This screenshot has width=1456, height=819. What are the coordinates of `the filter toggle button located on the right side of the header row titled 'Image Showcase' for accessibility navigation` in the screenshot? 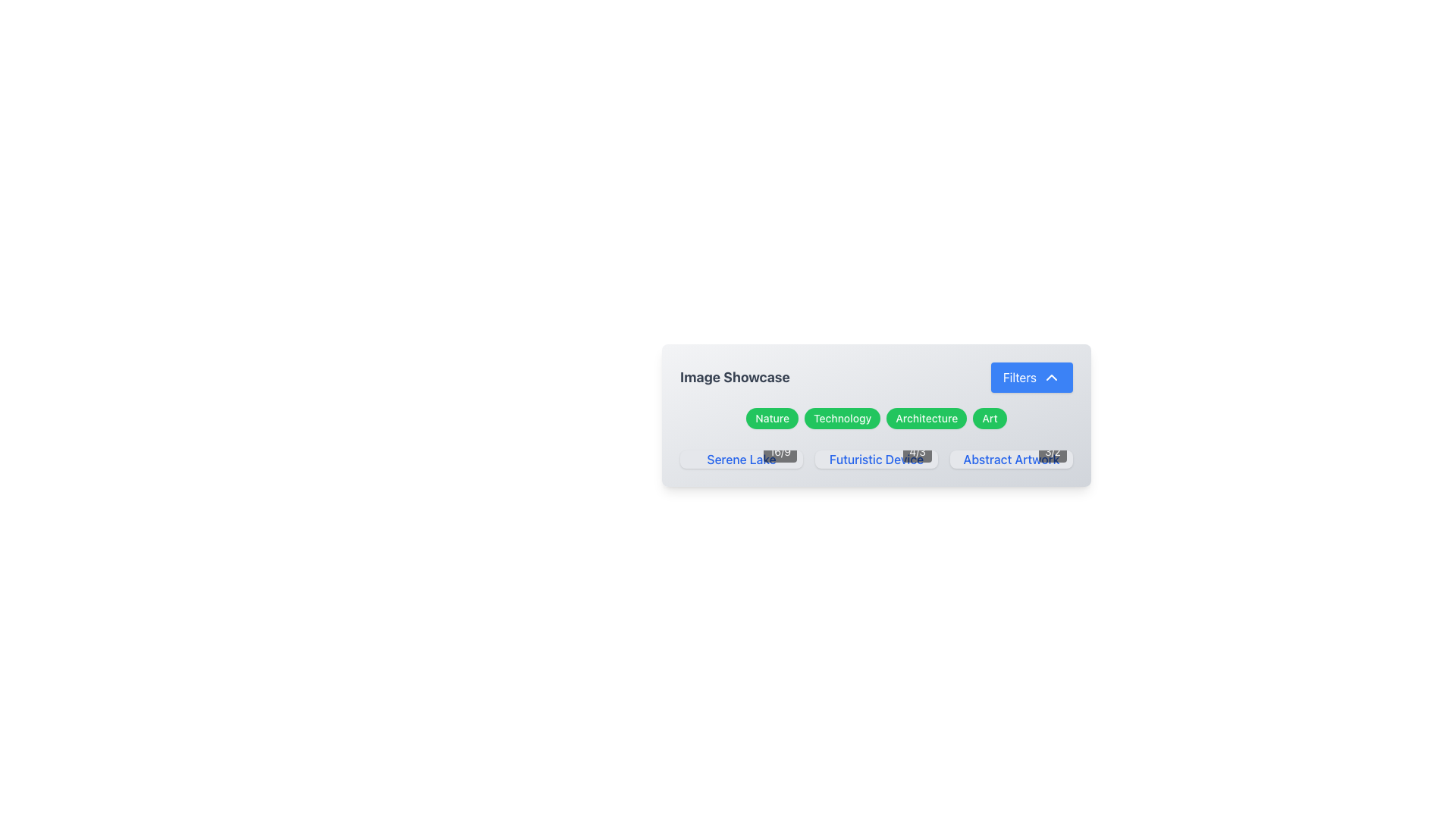 It's located at (1031, 376).